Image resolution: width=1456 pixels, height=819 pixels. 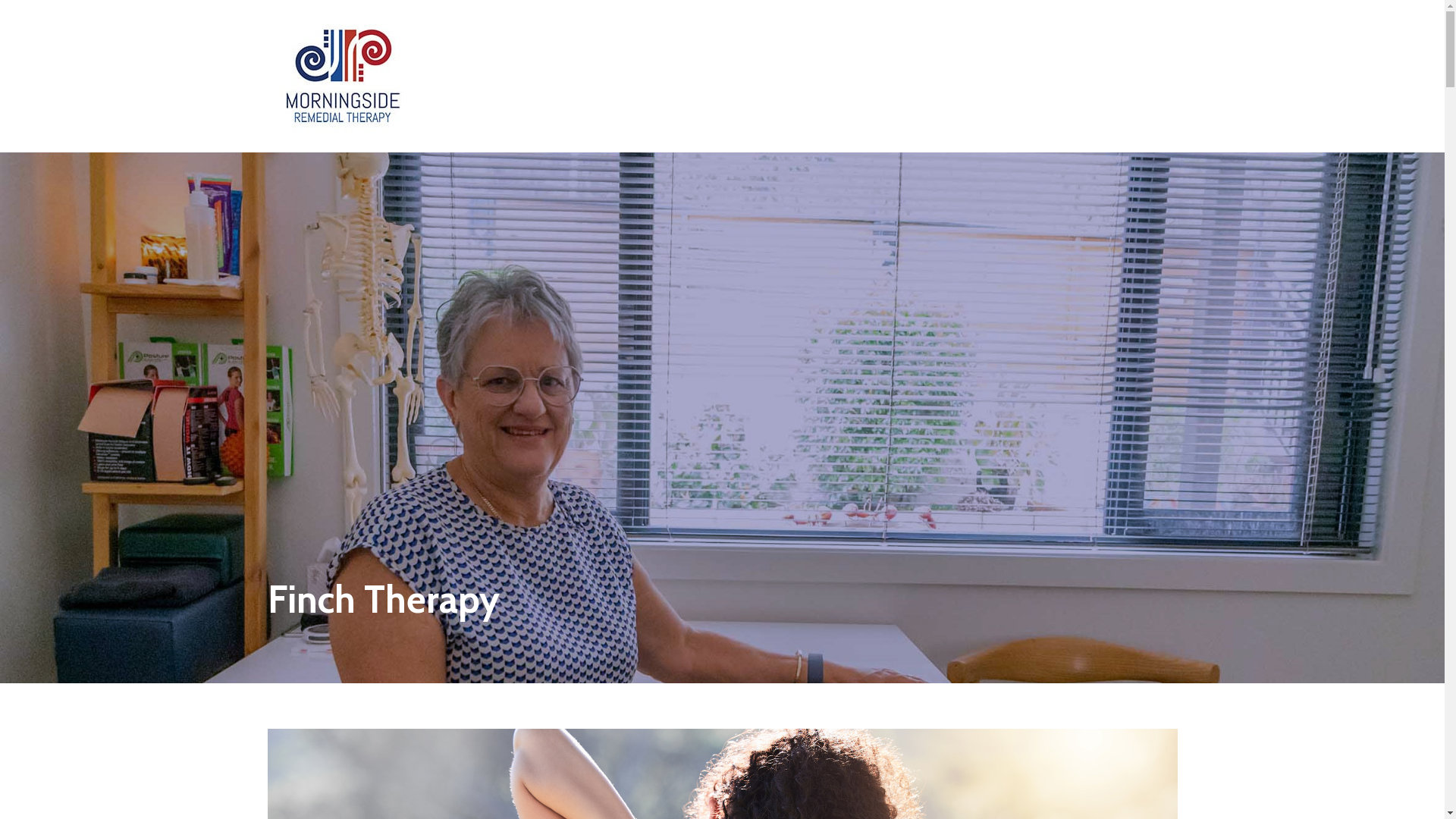 I want to click on 'CLIENTS', so click(x=921, y=34).